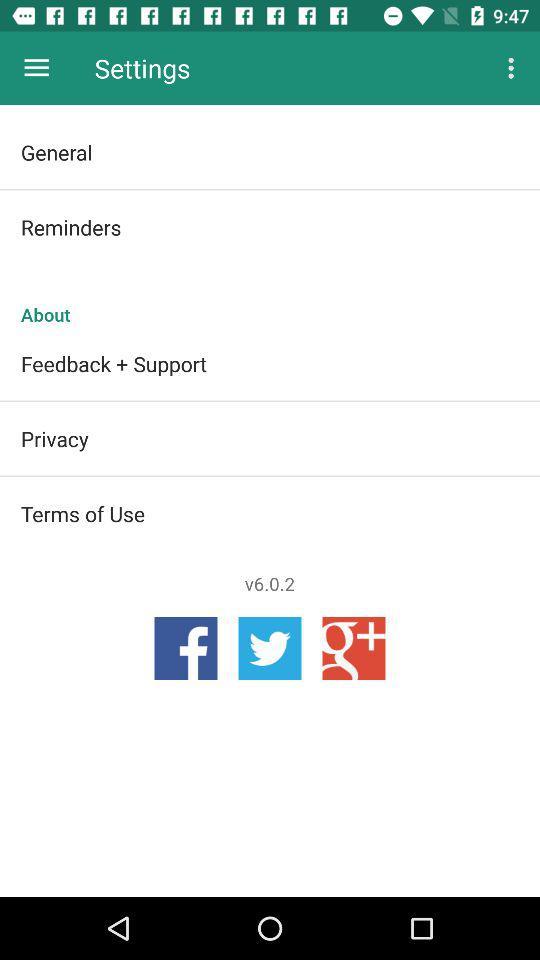 The height and width of the screenshot is (960, 540). I want to click on the item below v6.0.2, so click(270, 647).